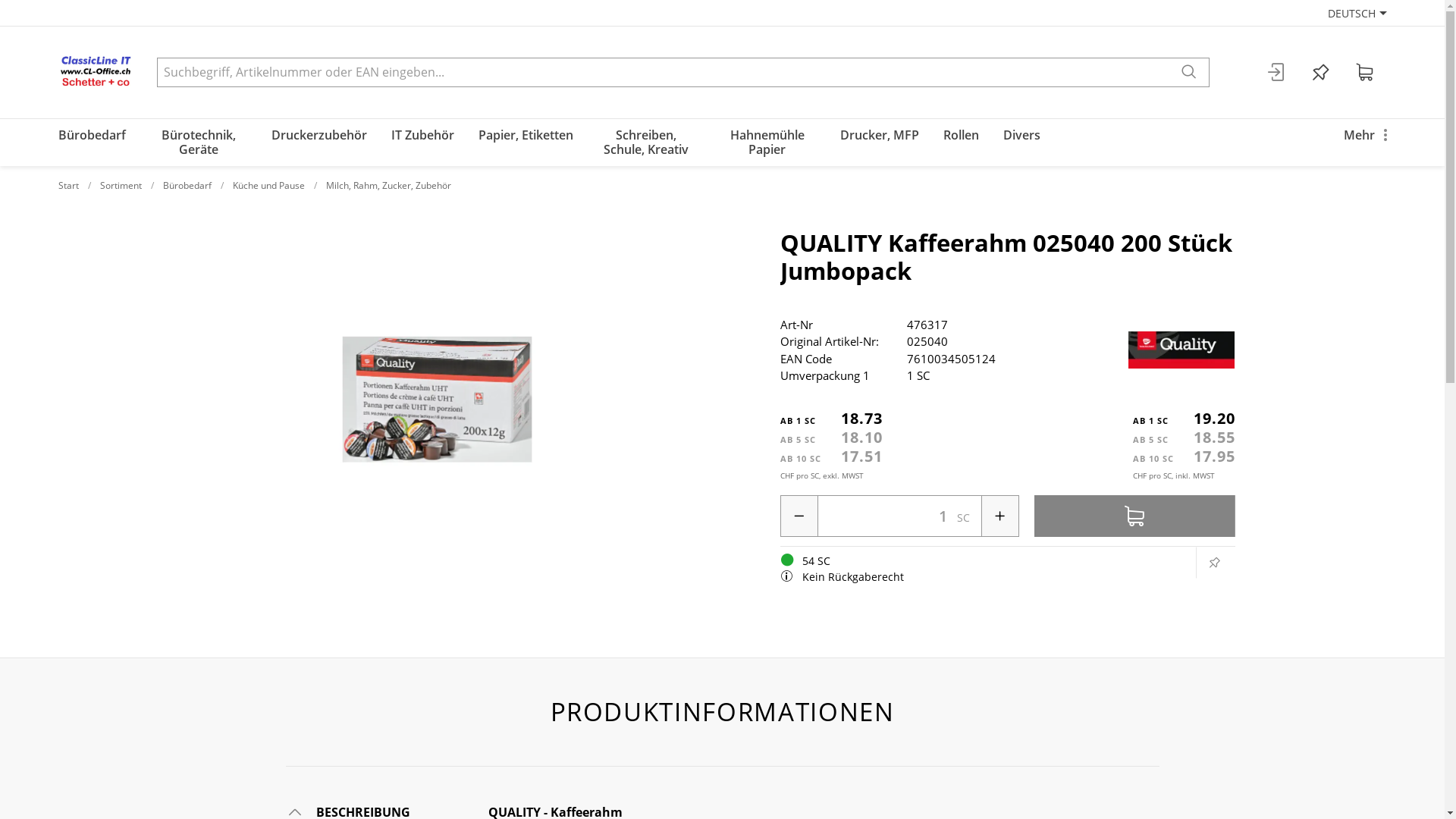 The height and width of the screenshot is (819, 1456). I want to click on 'In Warenkorb legen', so click(1134, 515).